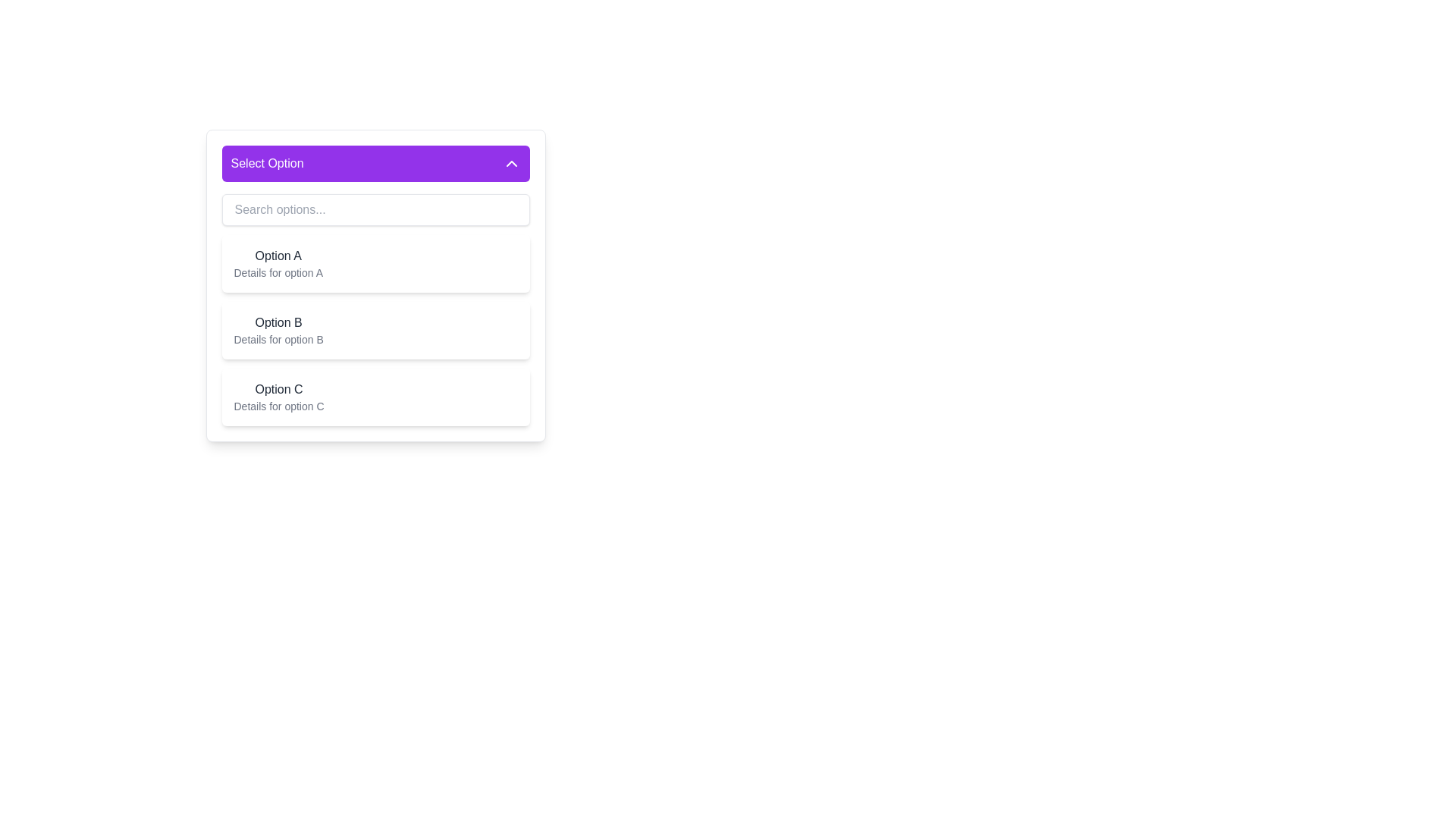 This screenshot has height=819, width=1456. What do you see at coordinates (278, 322) in the screenshot?
I see `text content of the label for 'Option B' located within the dropdown menu titled 'Select Option'` at bounding box center [278, 322].